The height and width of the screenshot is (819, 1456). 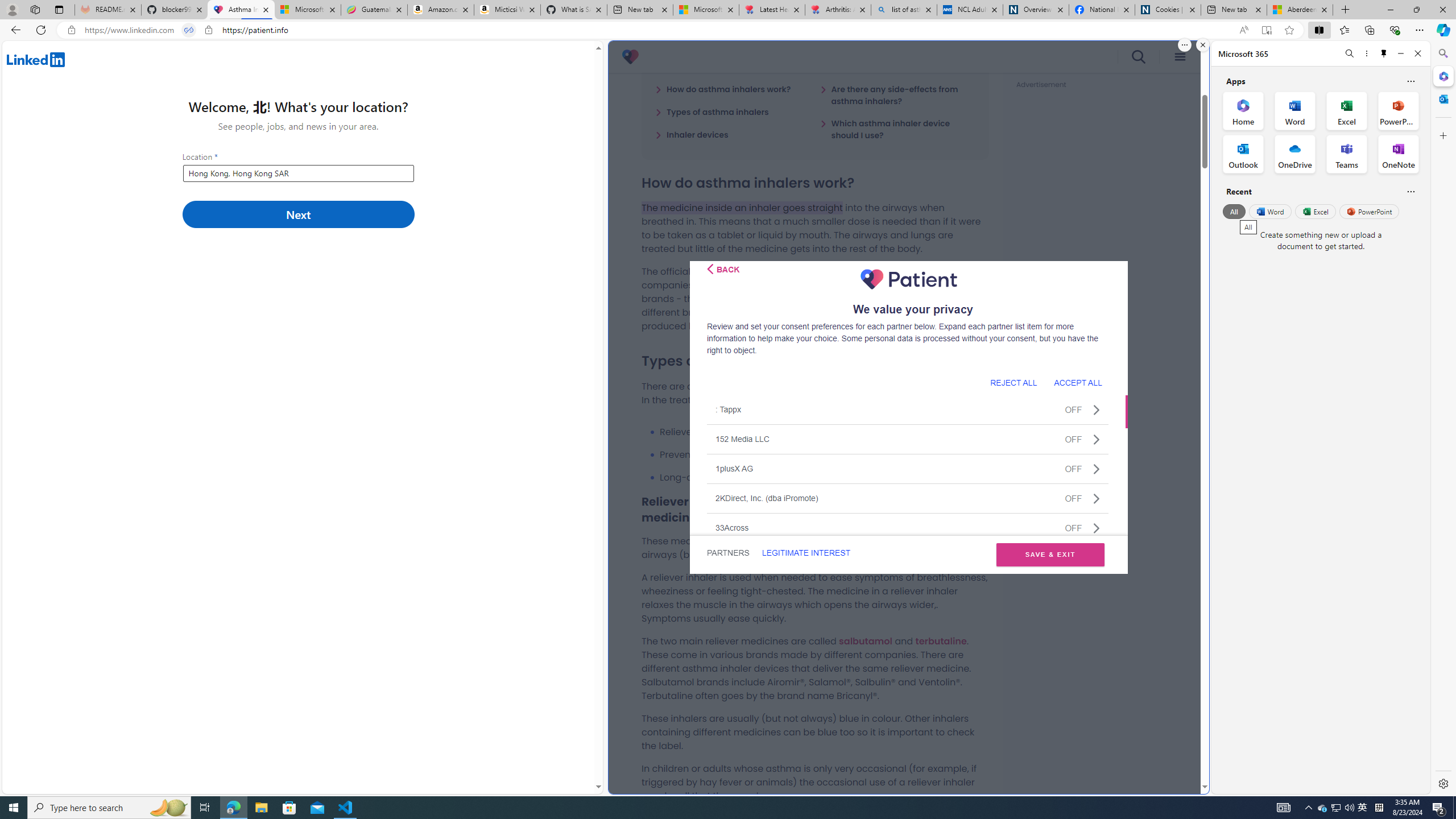 I want to click on 'How do asthma inhalers work?', so click(x=723, y=89).